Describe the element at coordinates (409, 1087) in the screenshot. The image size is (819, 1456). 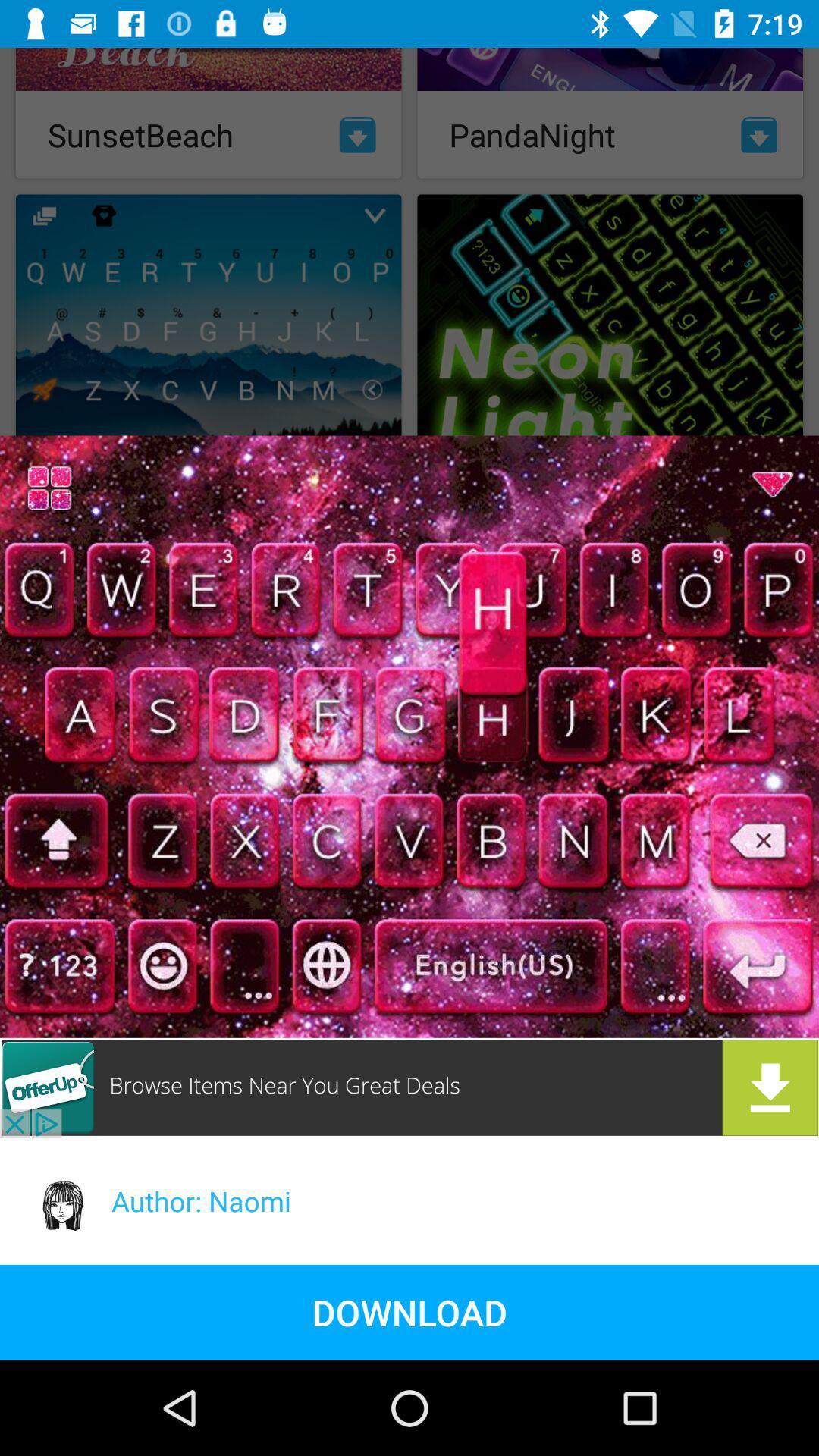
I see `advertisemnt` at that location.